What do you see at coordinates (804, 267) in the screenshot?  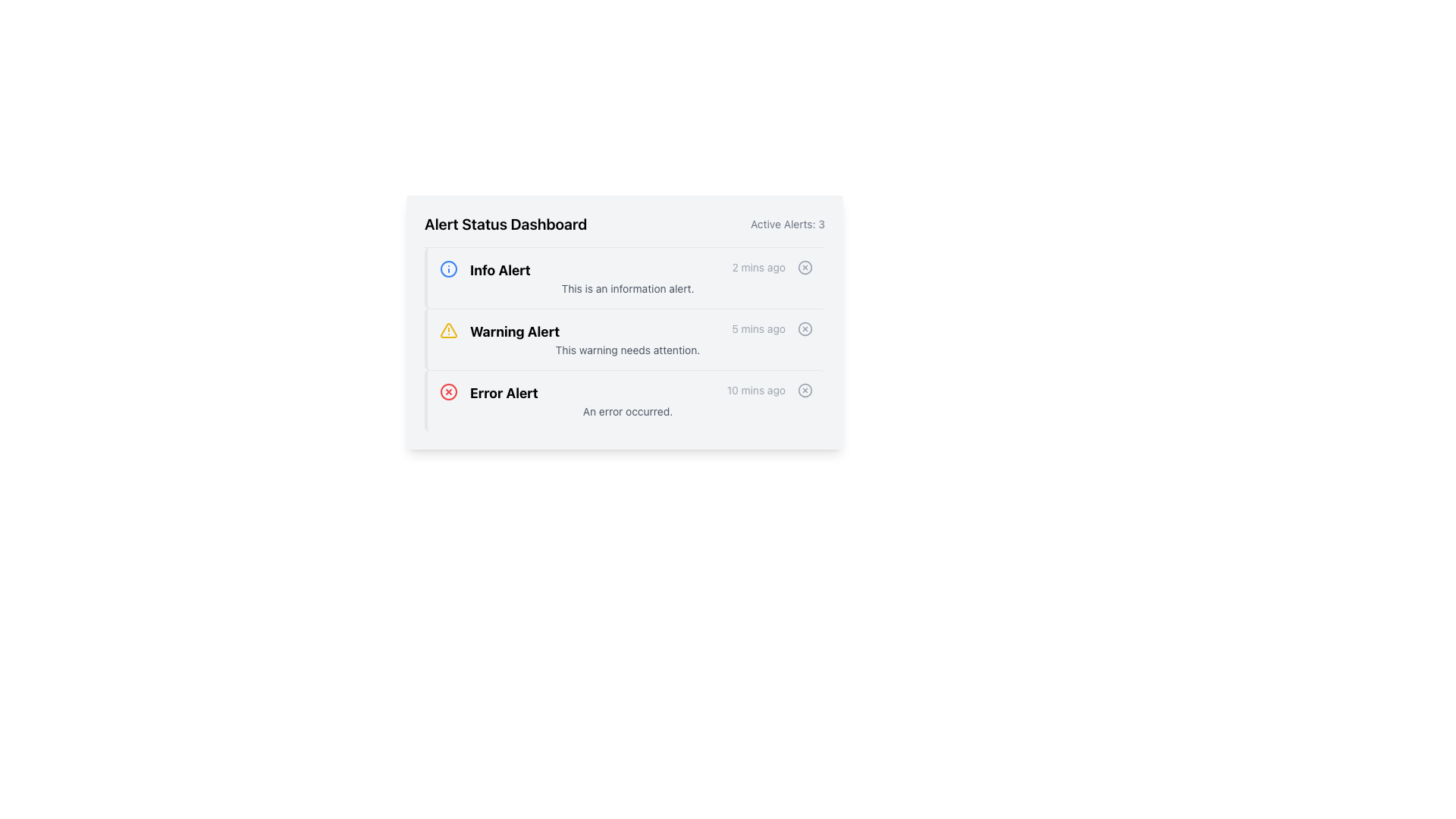 I see `the Close Button Icon located at the far right of the Info Alert entry row` at bounding box center [804, 267].